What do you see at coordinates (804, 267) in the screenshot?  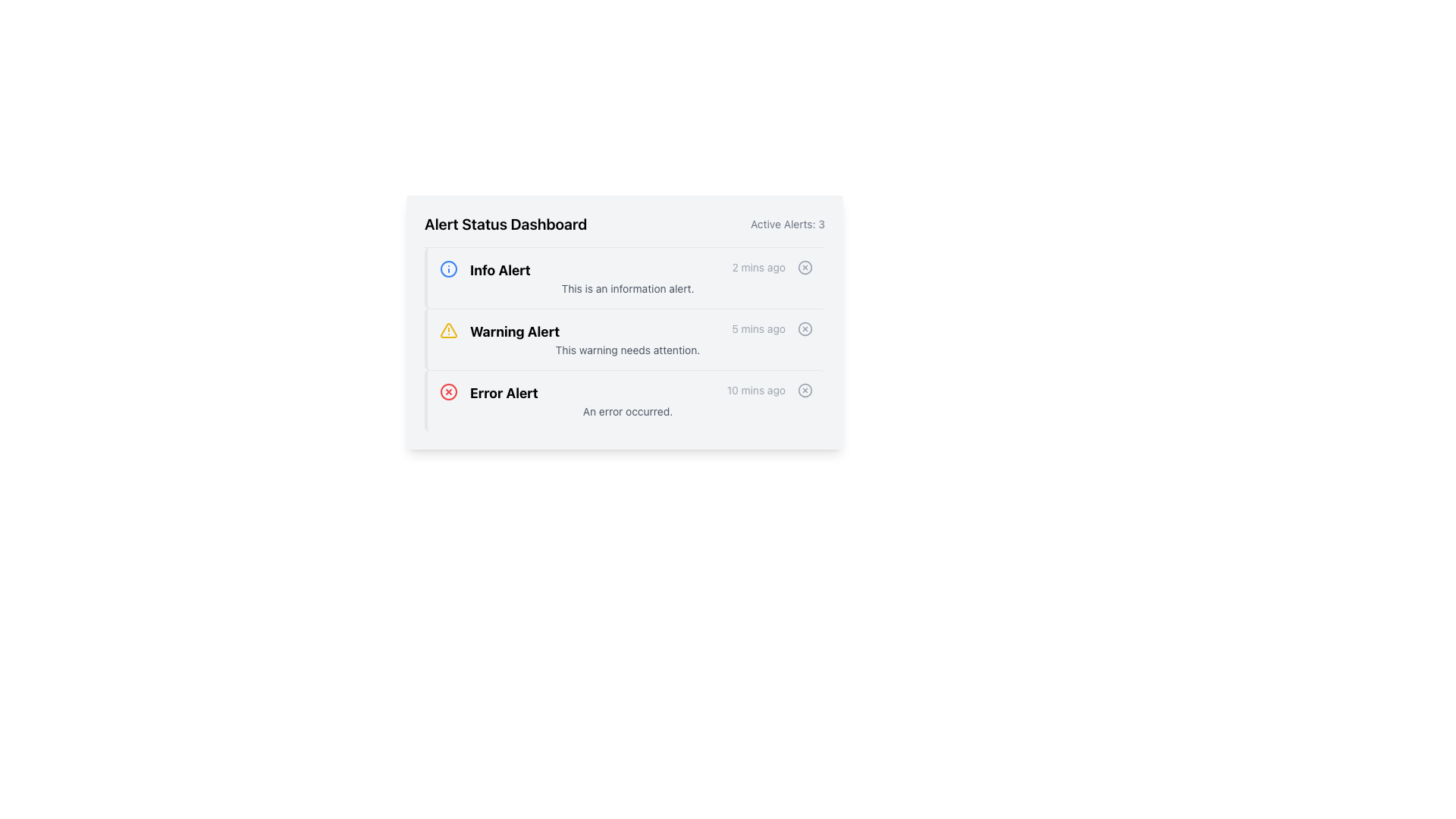 I see `the Close Button Icon located at the far right of the Info Alert entry row` at bounding box center [804, 267].